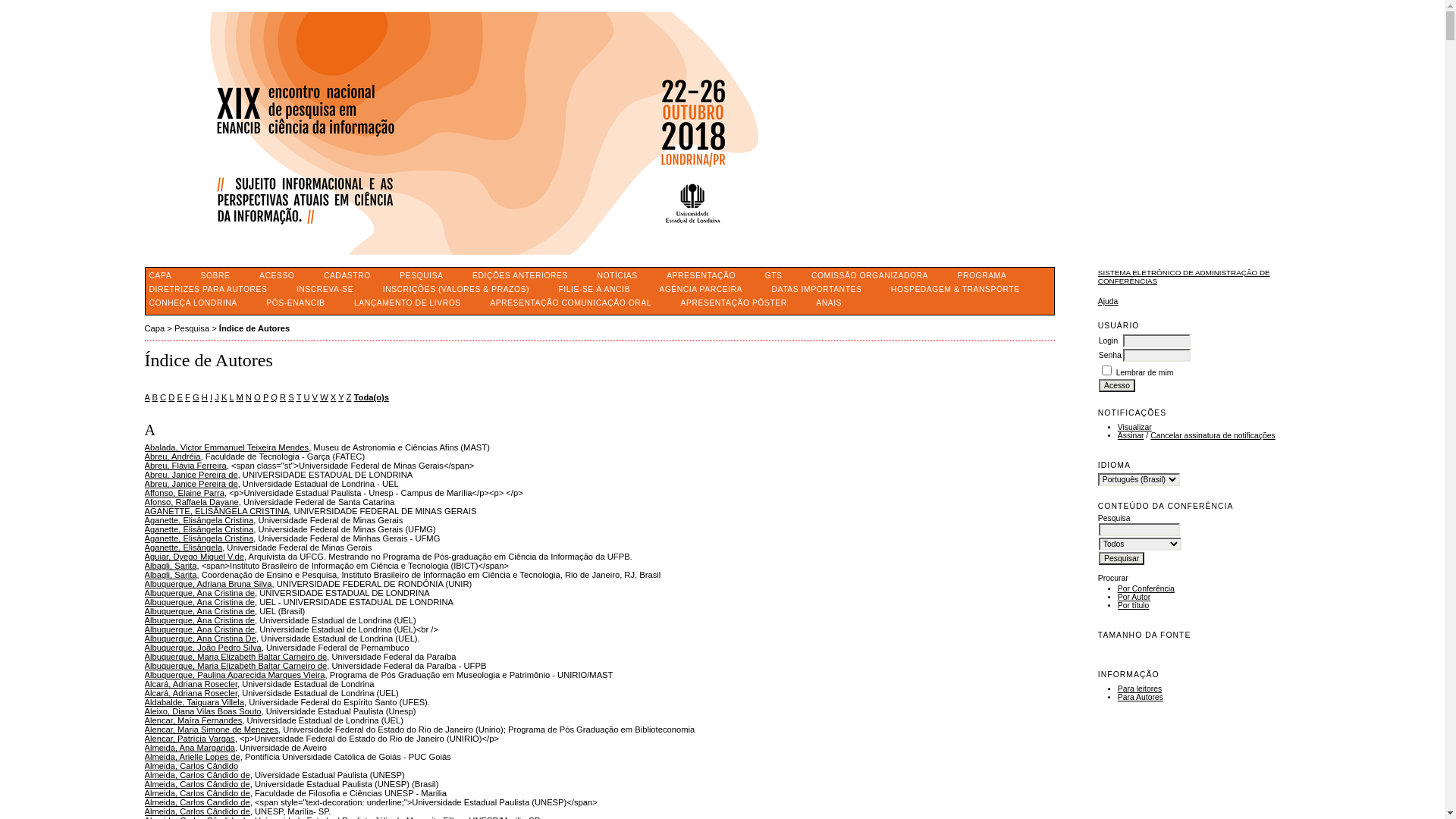 This screenshot has height=819, width=1456. I want to click on 'P', so click(265, 397).